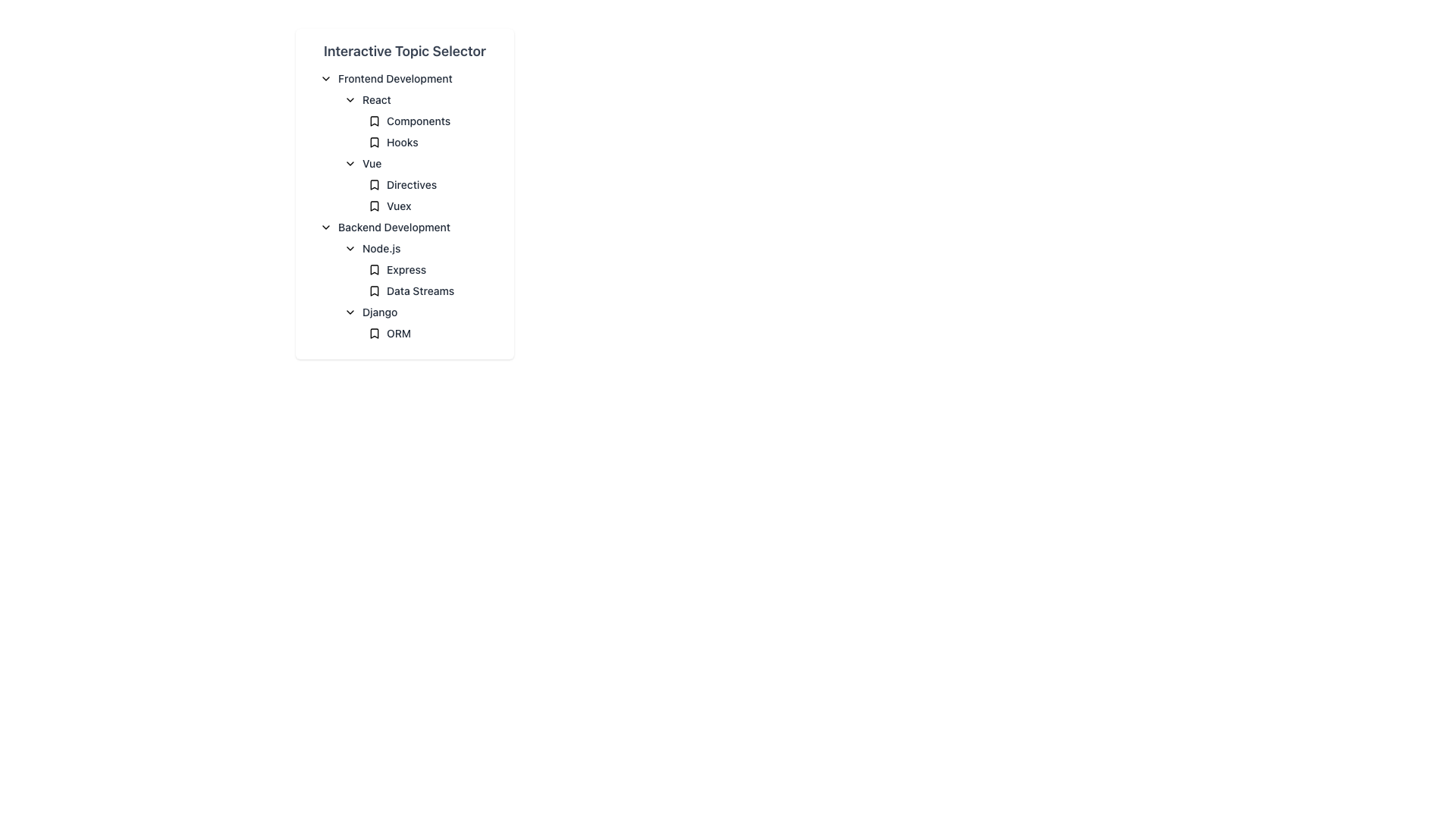  Describe the element at coordinates (349, 164) in the screenshot. I see `the downward-pointing chevron icon located to the left of the text 'Vue' to observe visual changes` at that location.